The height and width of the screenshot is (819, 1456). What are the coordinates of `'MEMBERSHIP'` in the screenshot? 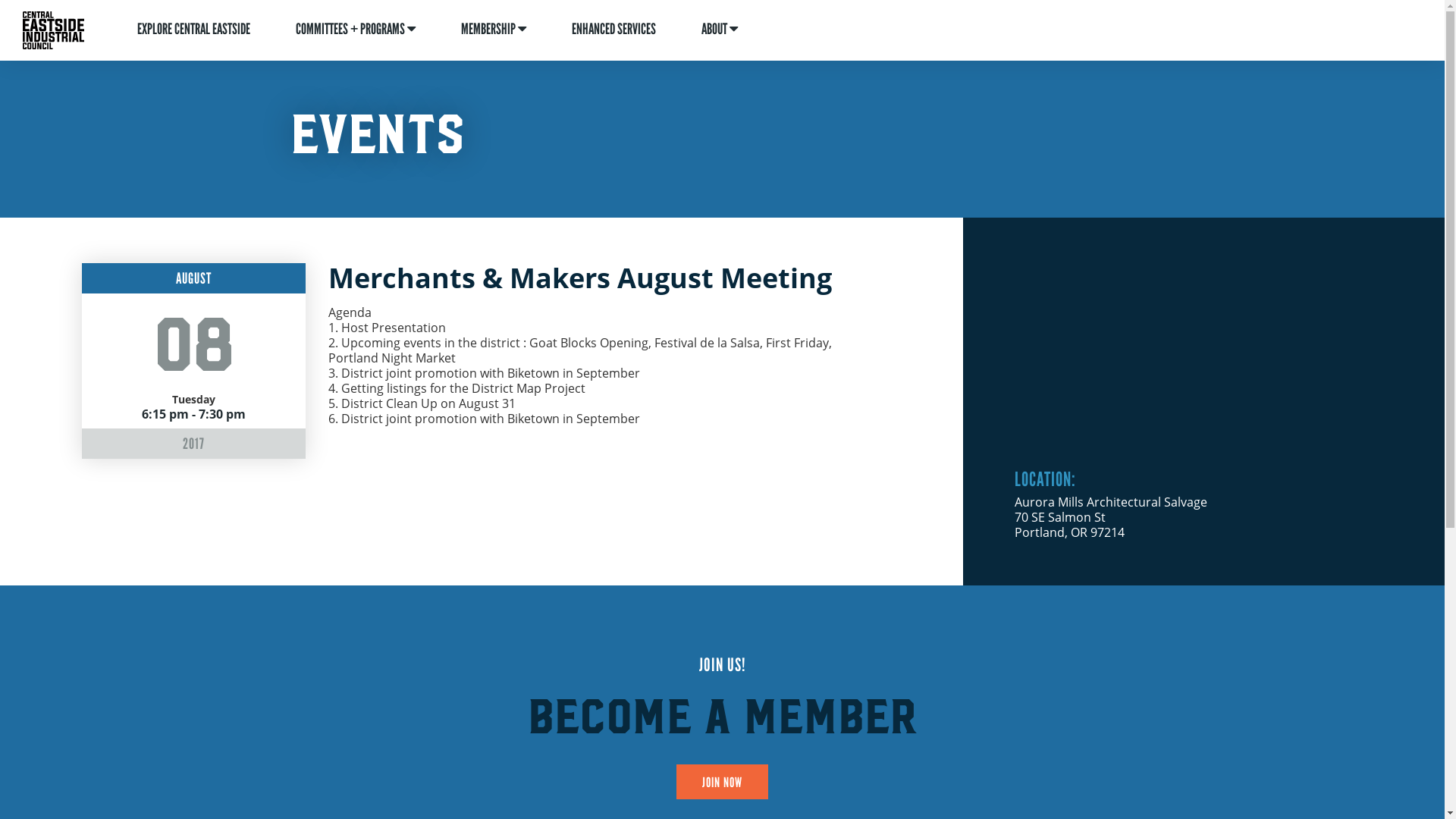 It's located at (437, 30).